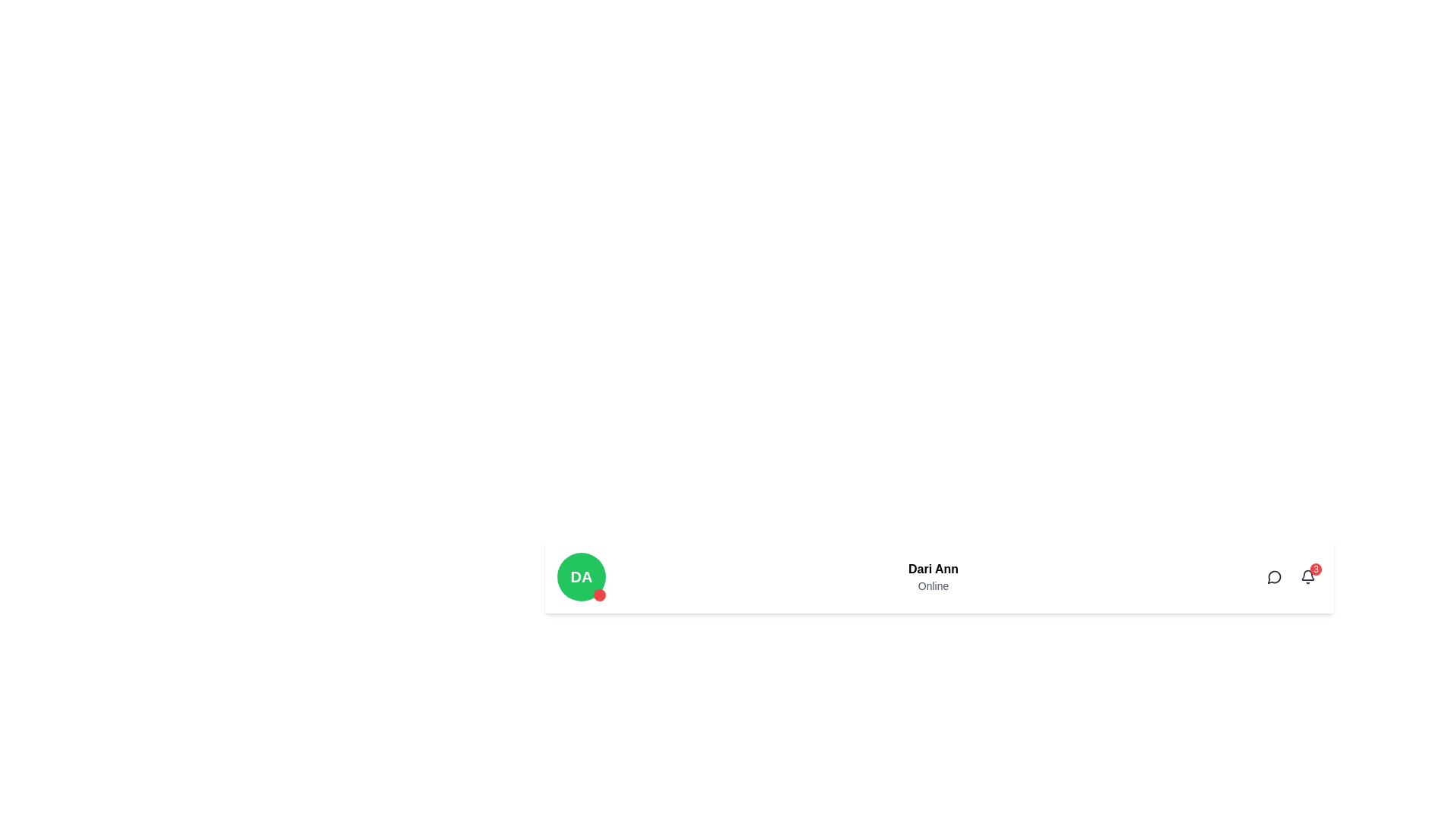 Image resolution: width=1456 pixels, height=819 pixels. I want to click on the text label displaying 'DA' in bold white font, which is centered within a green circular background located in the bottom-left corner of the interface, so click(581, 576).